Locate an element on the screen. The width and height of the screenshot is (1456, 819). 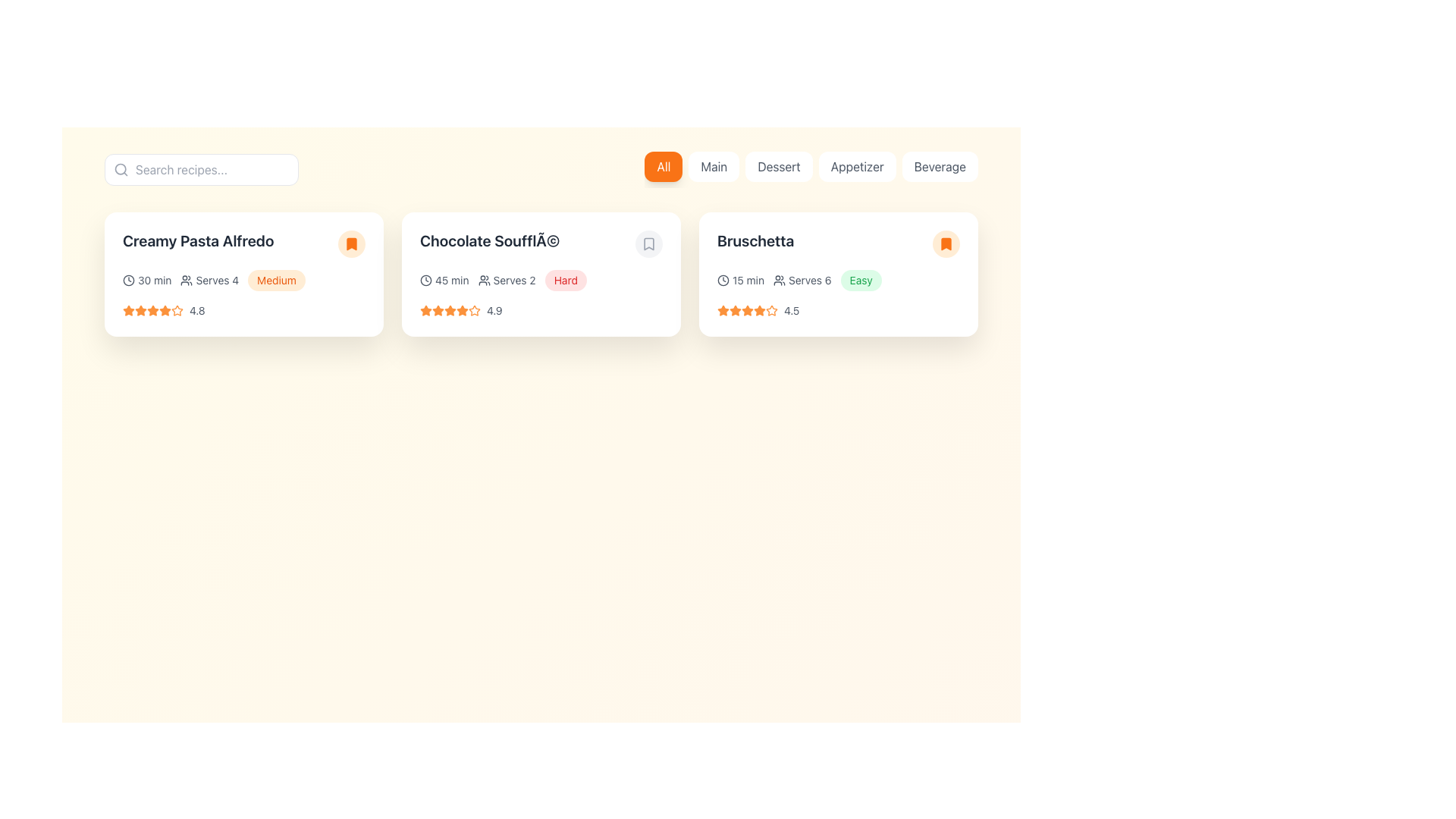
the text-based informational component displaying metadata about the recipe 'Chocolate Soufflé', which includes preparation time, servings, and difficulty level is located at coordinates (541, 281).